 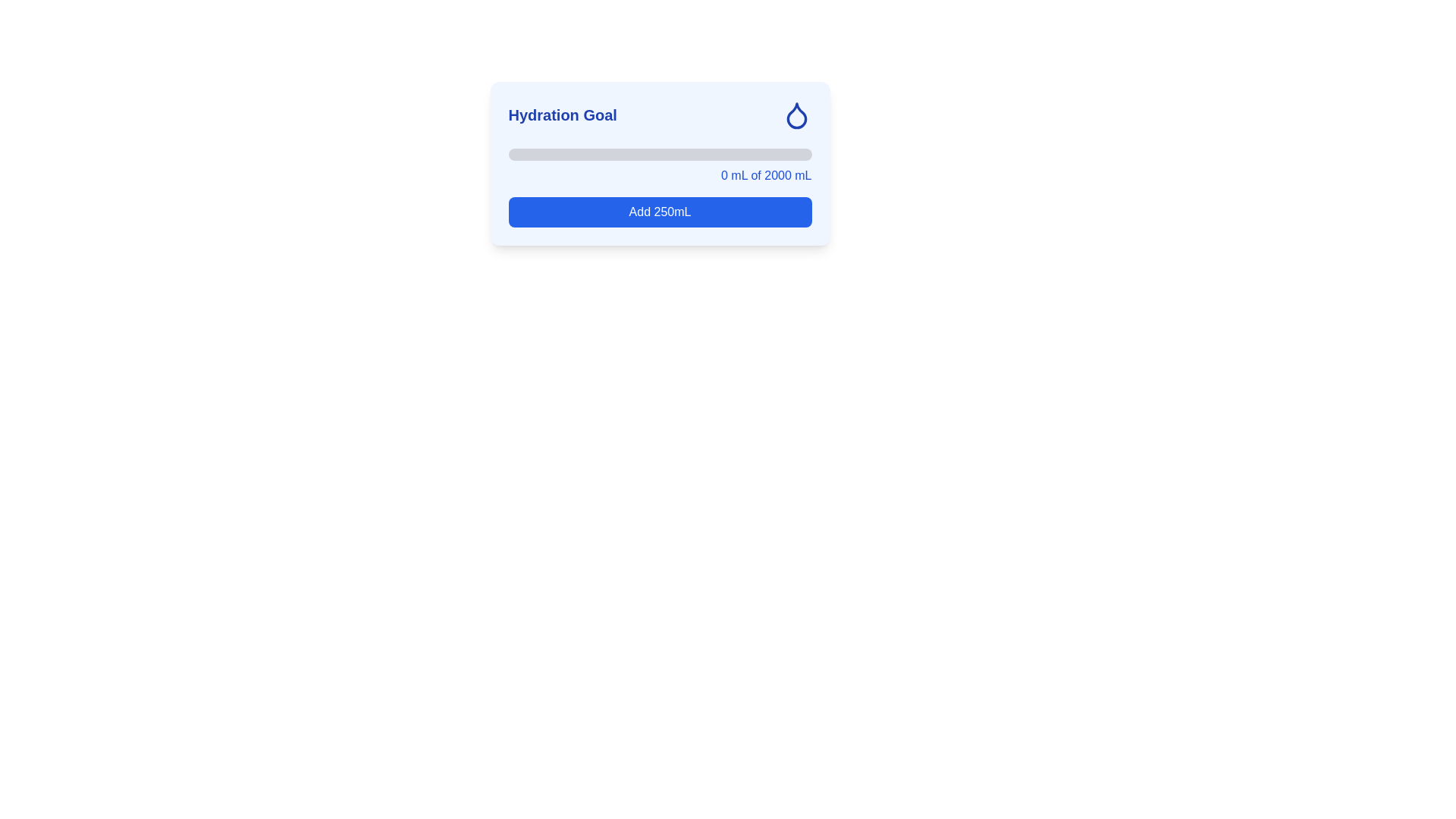 I want to click on the button, so click(x=660, y=212).